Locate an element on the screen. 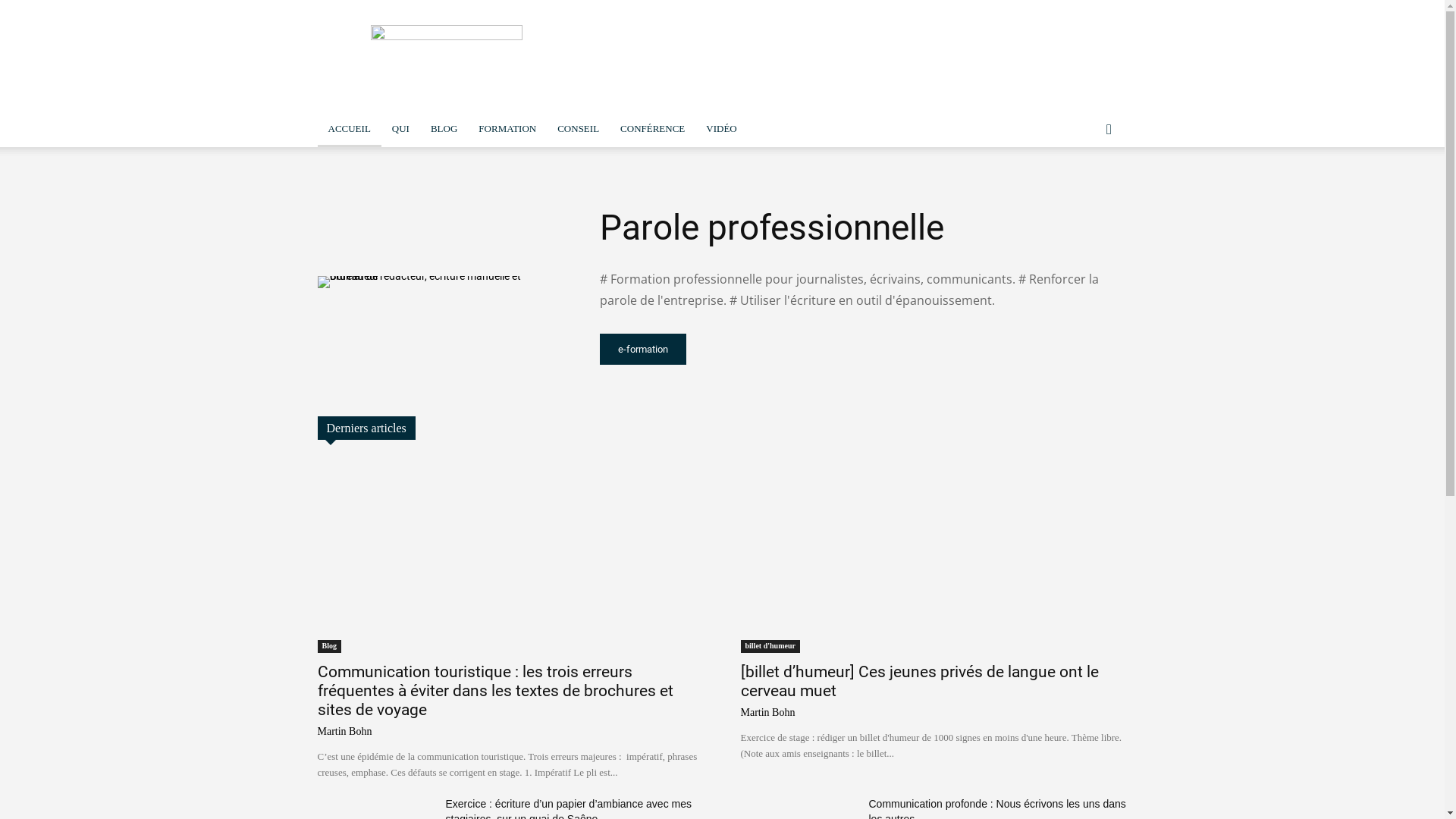 This screenshot has height=819, width=1456. 'e-formation' is located at coordinates (598, 349).